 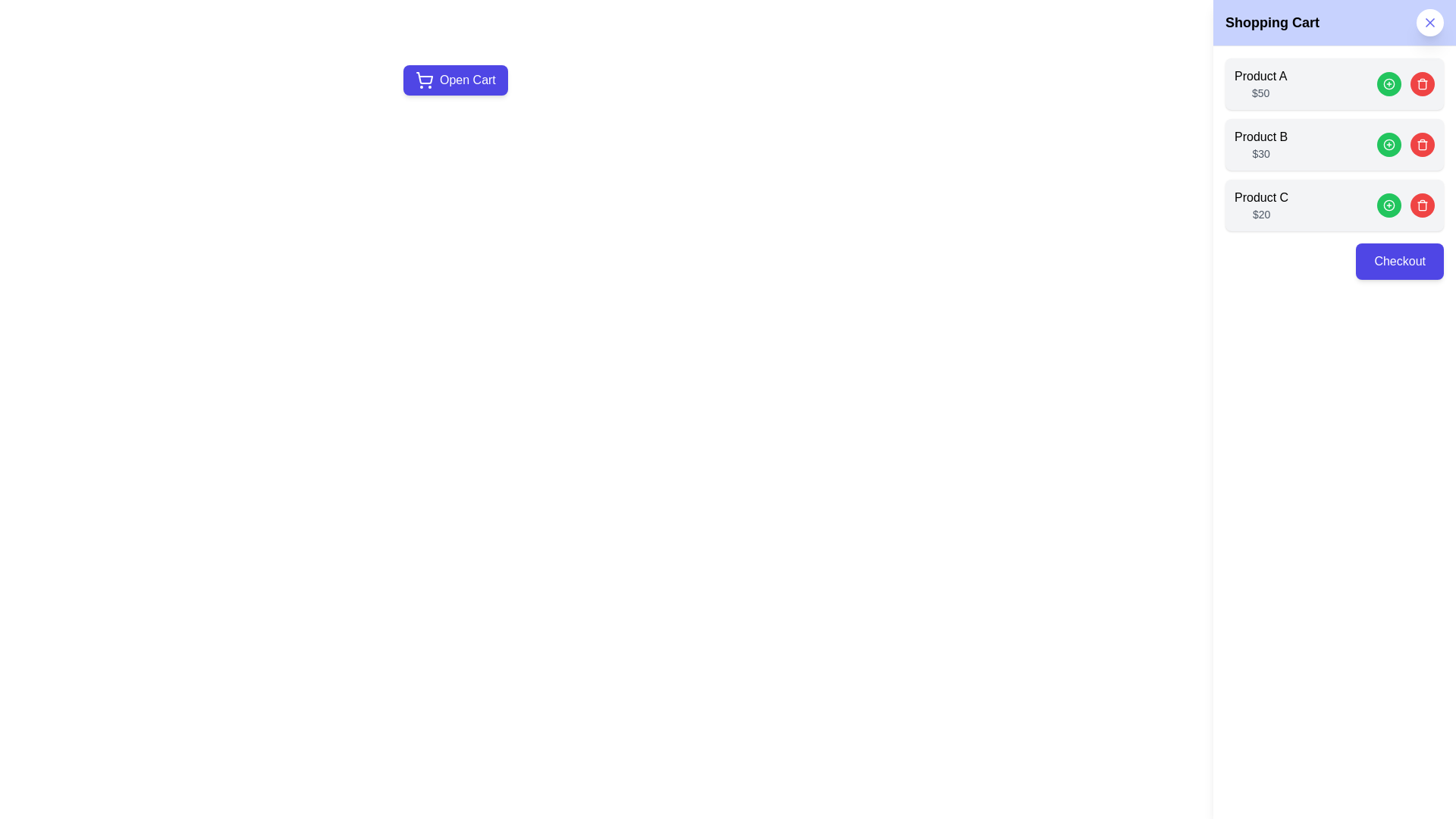 What do you see at coordinates (1399, 260) in the screenshot?
I see `the 'Checkout' button to proceed to checkout` at bounding box center [1399, 260].